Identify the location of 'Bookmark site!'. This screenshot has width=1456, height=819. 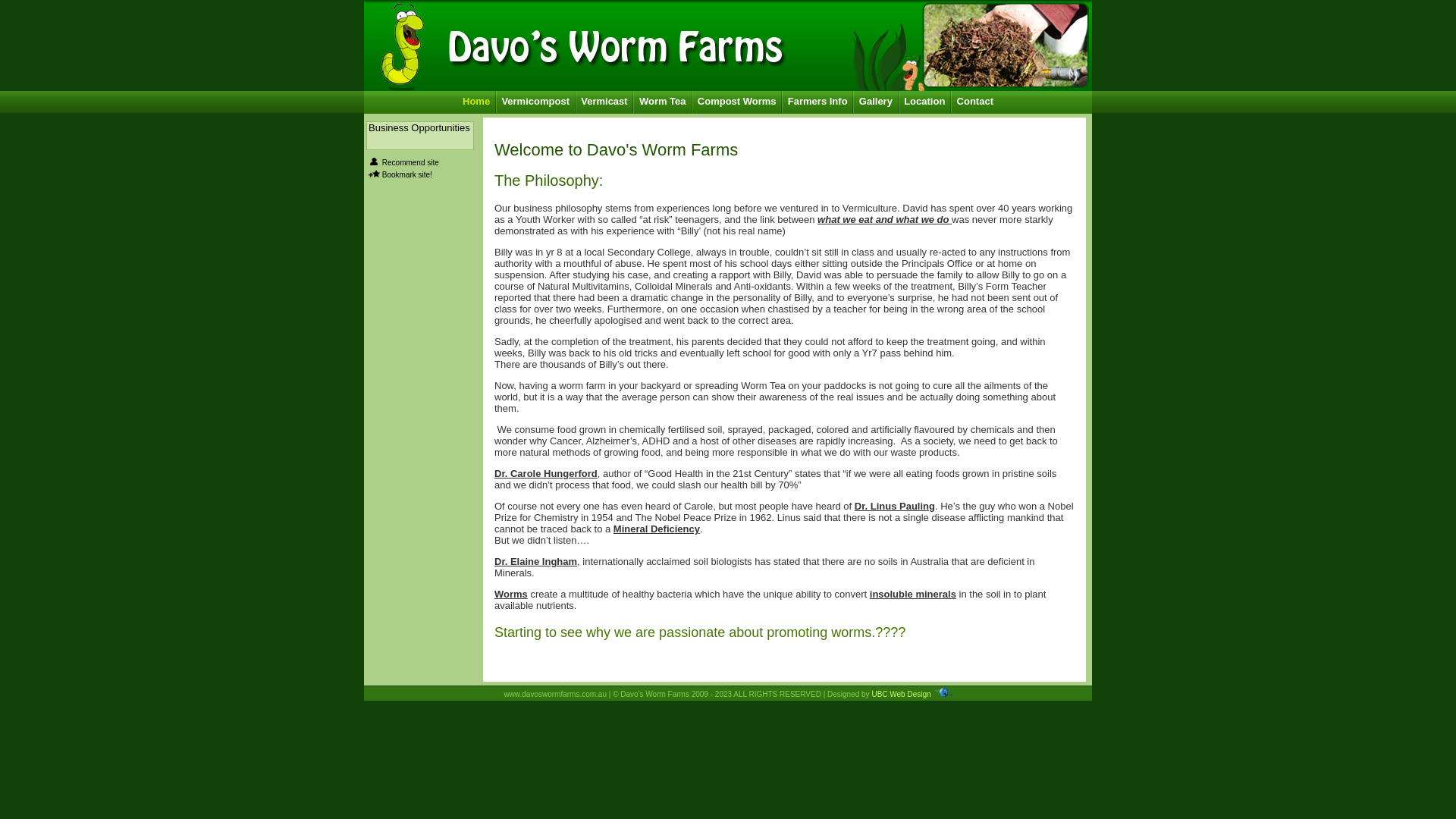
(407, 174).